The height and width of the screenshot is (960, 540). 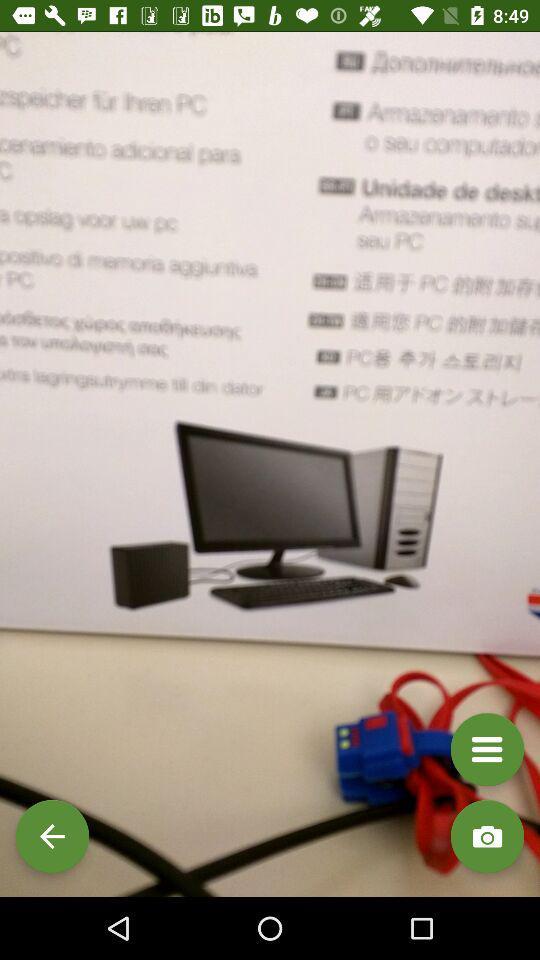 I want to click on the arrow_backward icon, so click(x=52, y=836).